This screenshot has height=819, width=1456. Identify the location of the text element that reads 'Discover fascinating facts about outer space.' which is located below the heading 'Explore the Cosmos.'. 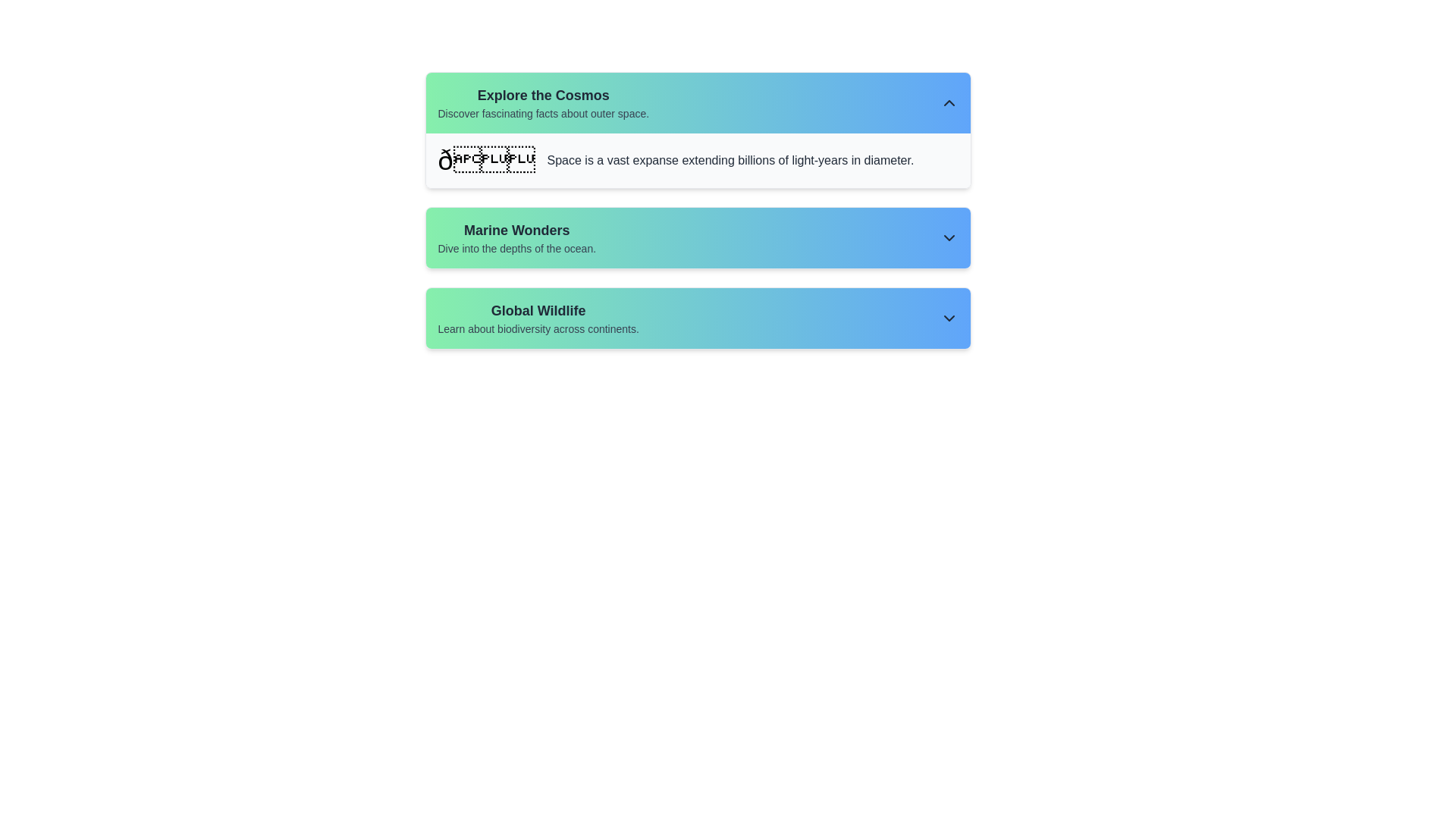
(543, 113).